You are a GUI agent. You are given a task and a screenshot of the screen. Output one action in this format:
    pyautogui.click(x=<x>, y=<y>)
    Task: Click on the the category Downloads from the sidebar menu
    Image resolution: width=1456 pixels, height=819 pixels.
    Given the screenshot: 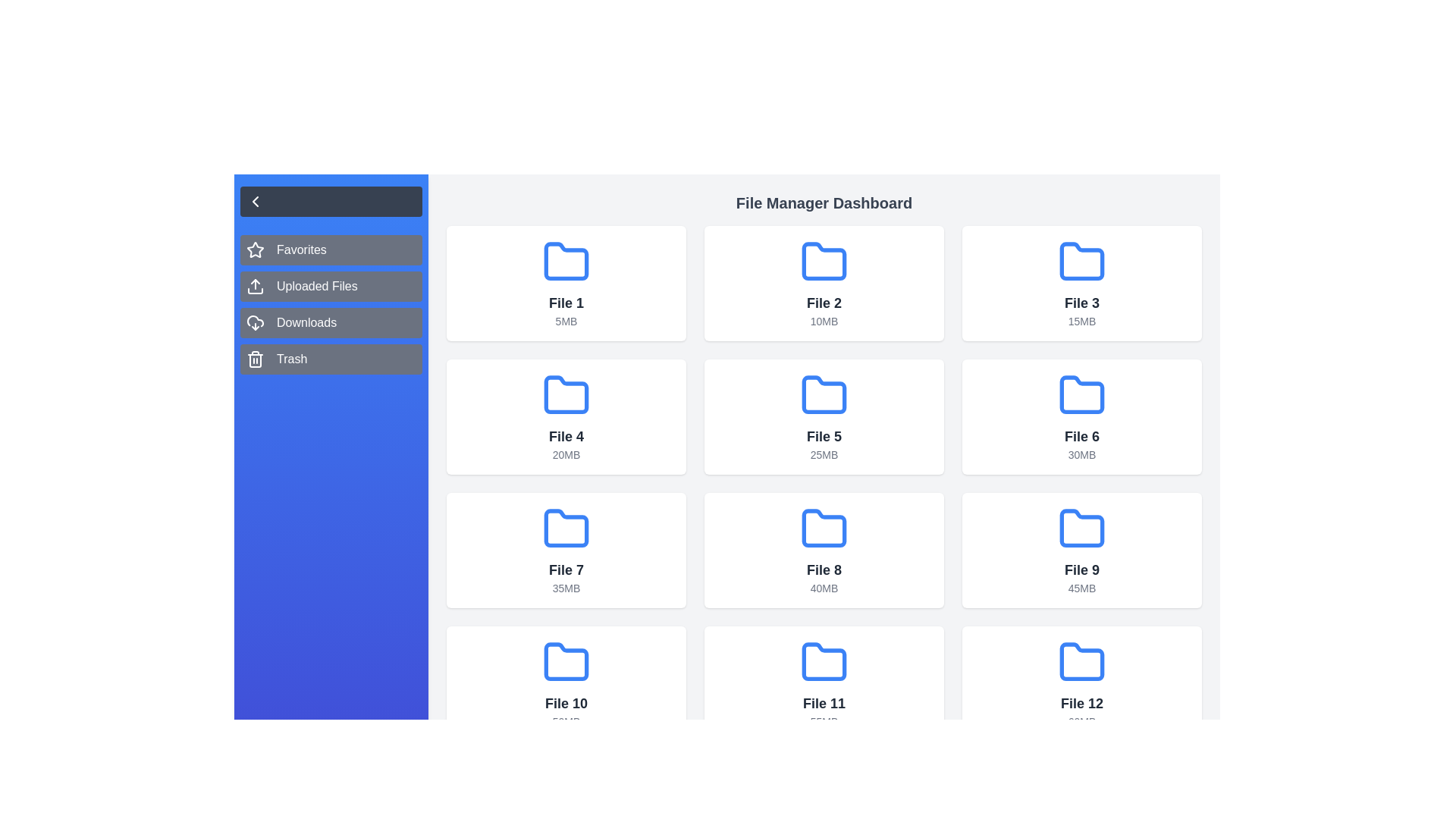 What is the action you would take?
    pyautogui.click(x=330, y=322)
    